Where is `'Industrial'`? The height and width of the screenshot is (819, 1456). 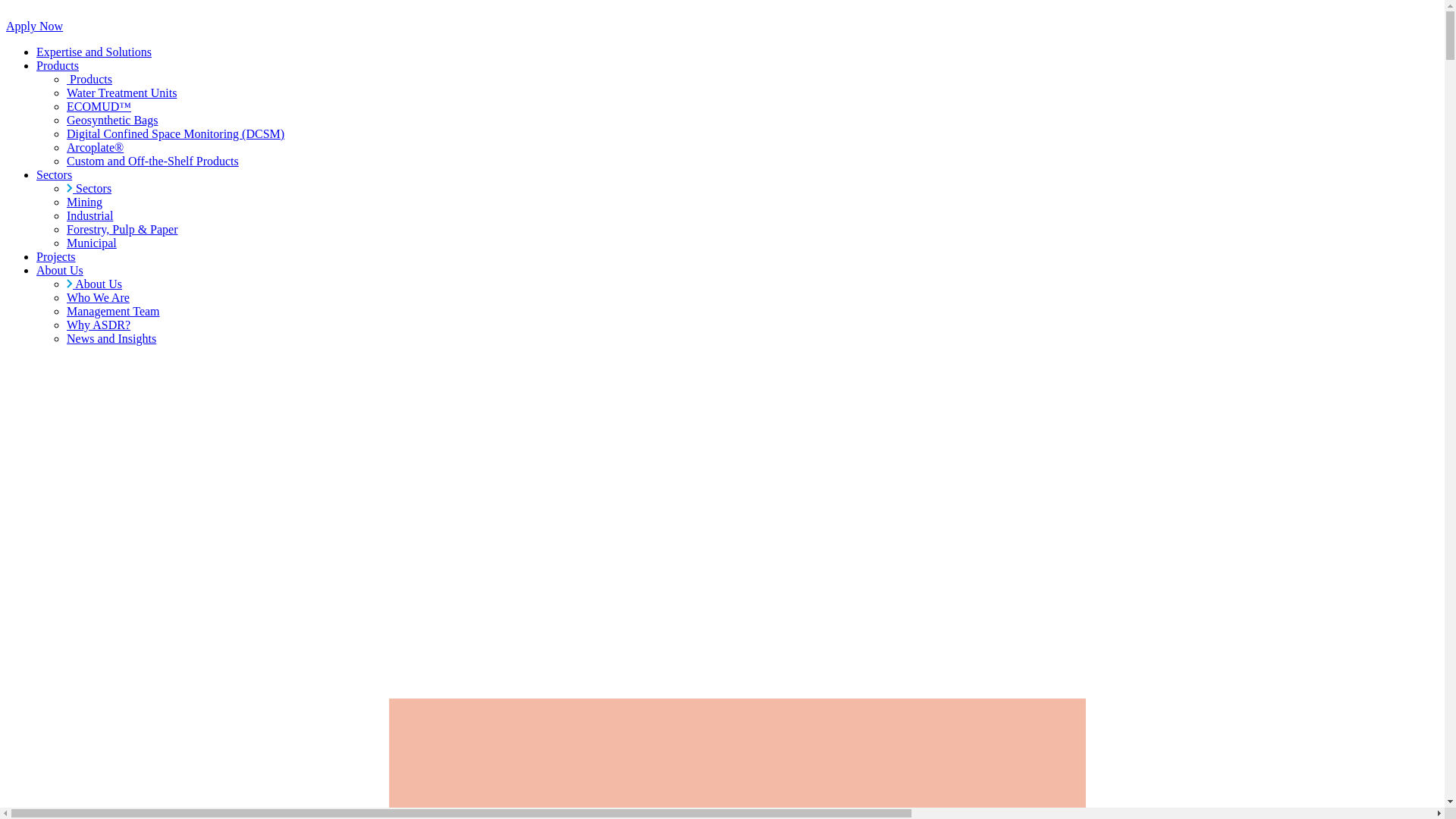
'Industrial' is located at coordinates (89, 215).